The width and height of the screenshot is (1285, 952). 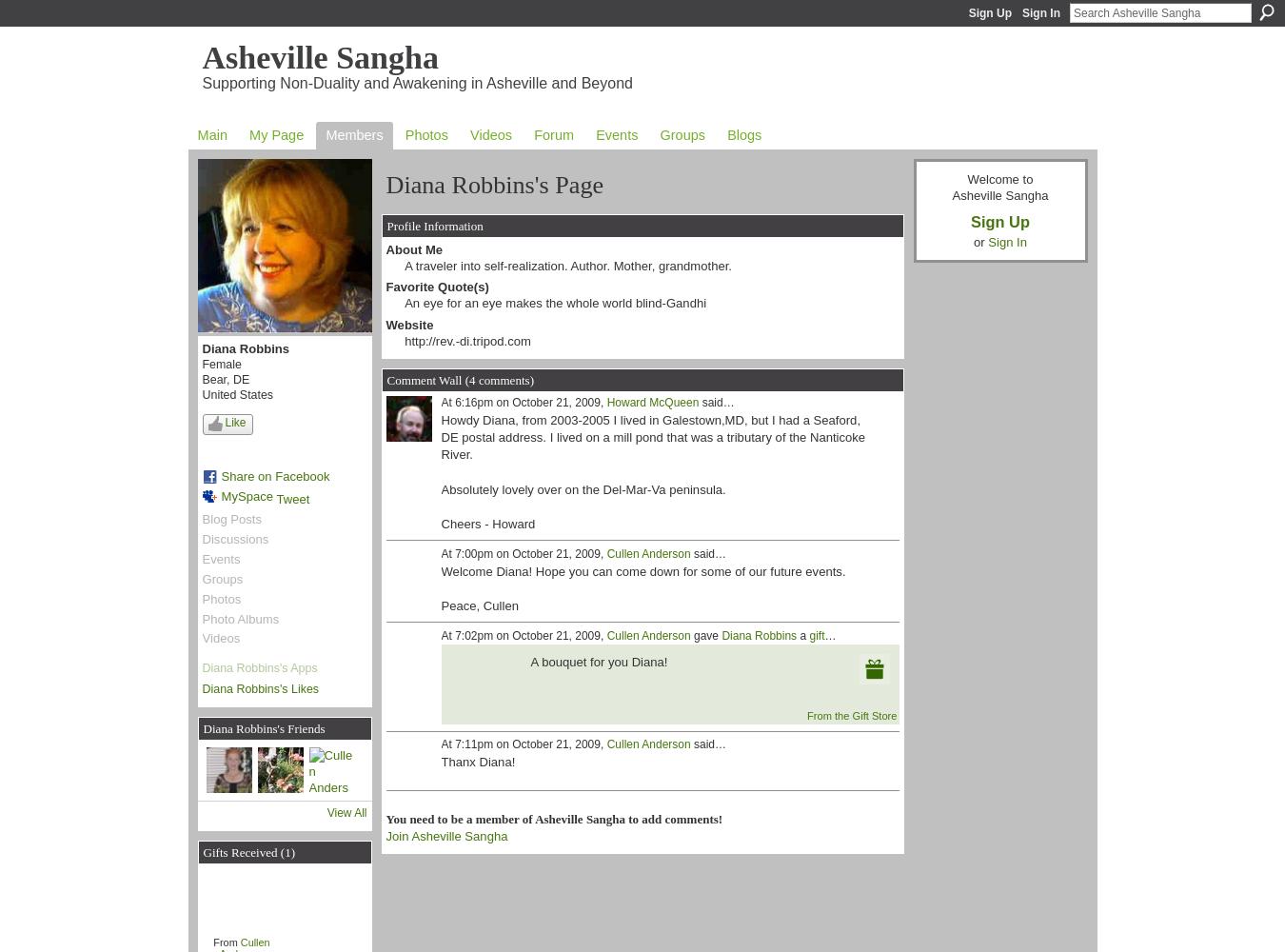 What do you see at coordinates (852, 716) in the screenshot?
I see `'From the Gift Store'` at bounding box center [852, 716].